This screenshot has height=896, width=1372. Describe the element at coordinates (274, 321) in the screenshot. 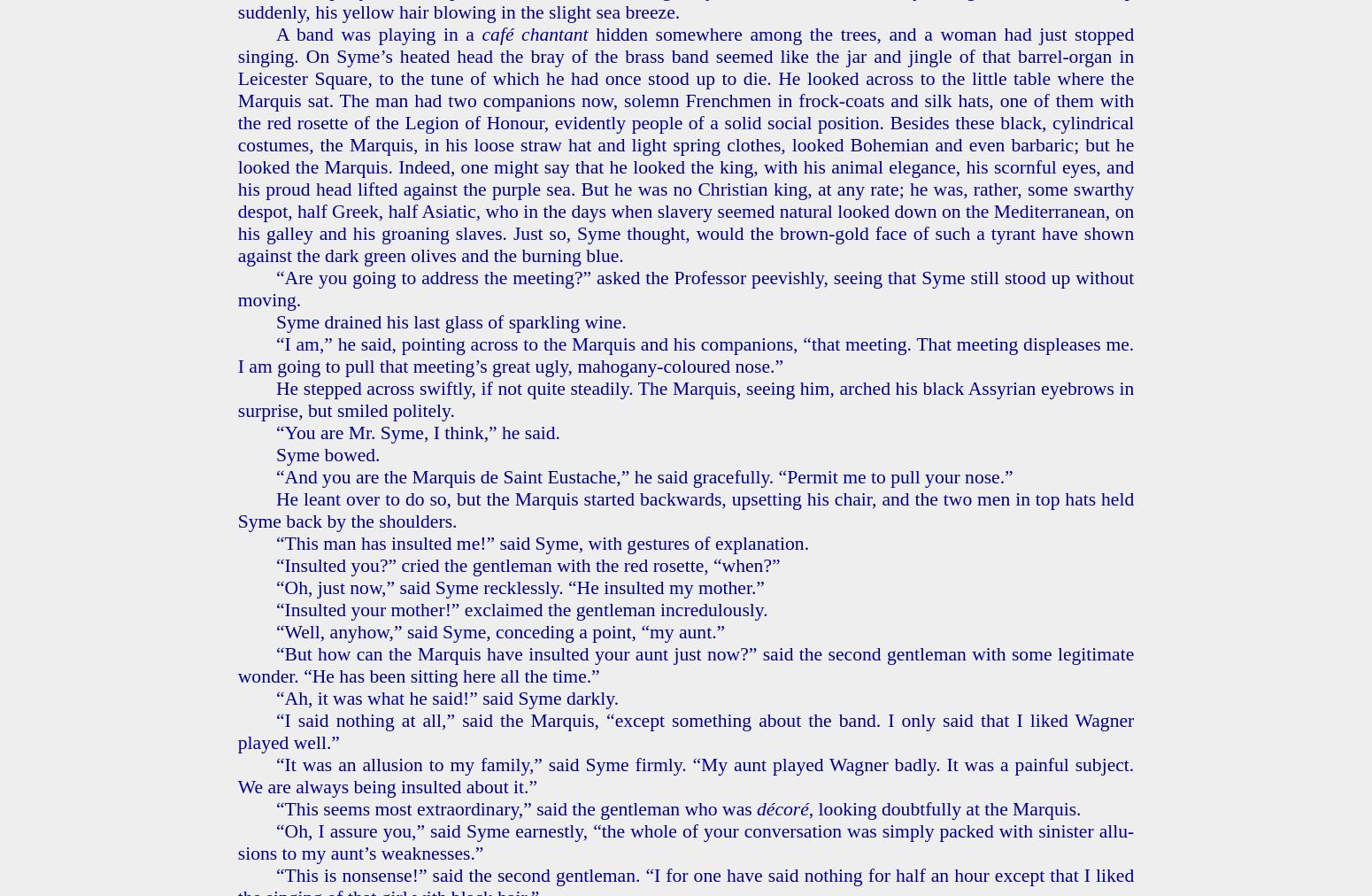

I see `'Syme drained his last glass of sparkling wine.'` at that location.